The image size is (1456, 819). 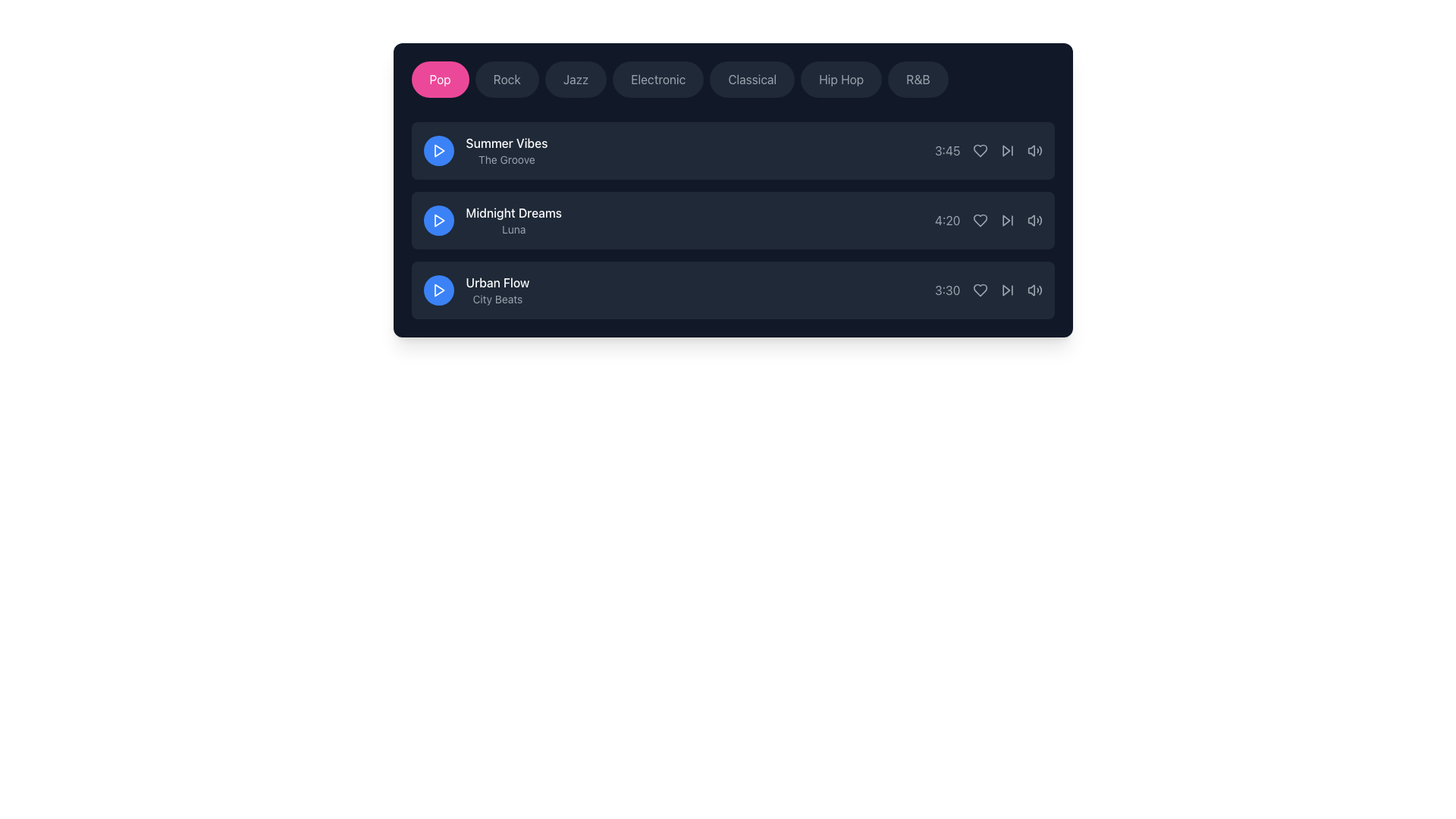 I want to click on the third interactive audio volume control icon located to the right of the time display '3:30' for the content 'Urban Flow', so click(x=1034, y=290).